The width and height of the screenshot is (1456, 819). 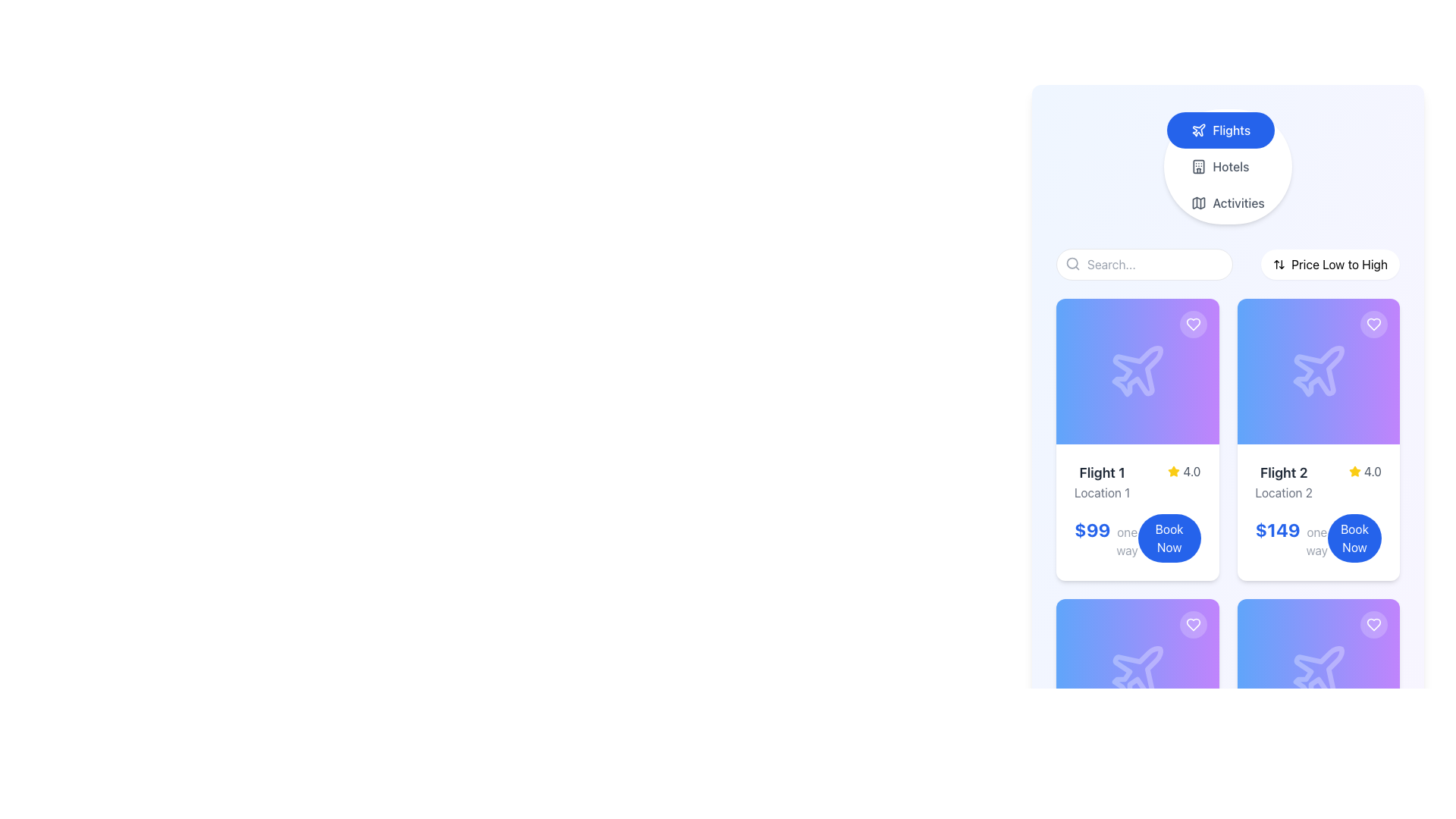 I want to click on the star rating icon located to the right of the title 'Flight 2' in the second card of the flight options list, so click(x=1354, y=470).